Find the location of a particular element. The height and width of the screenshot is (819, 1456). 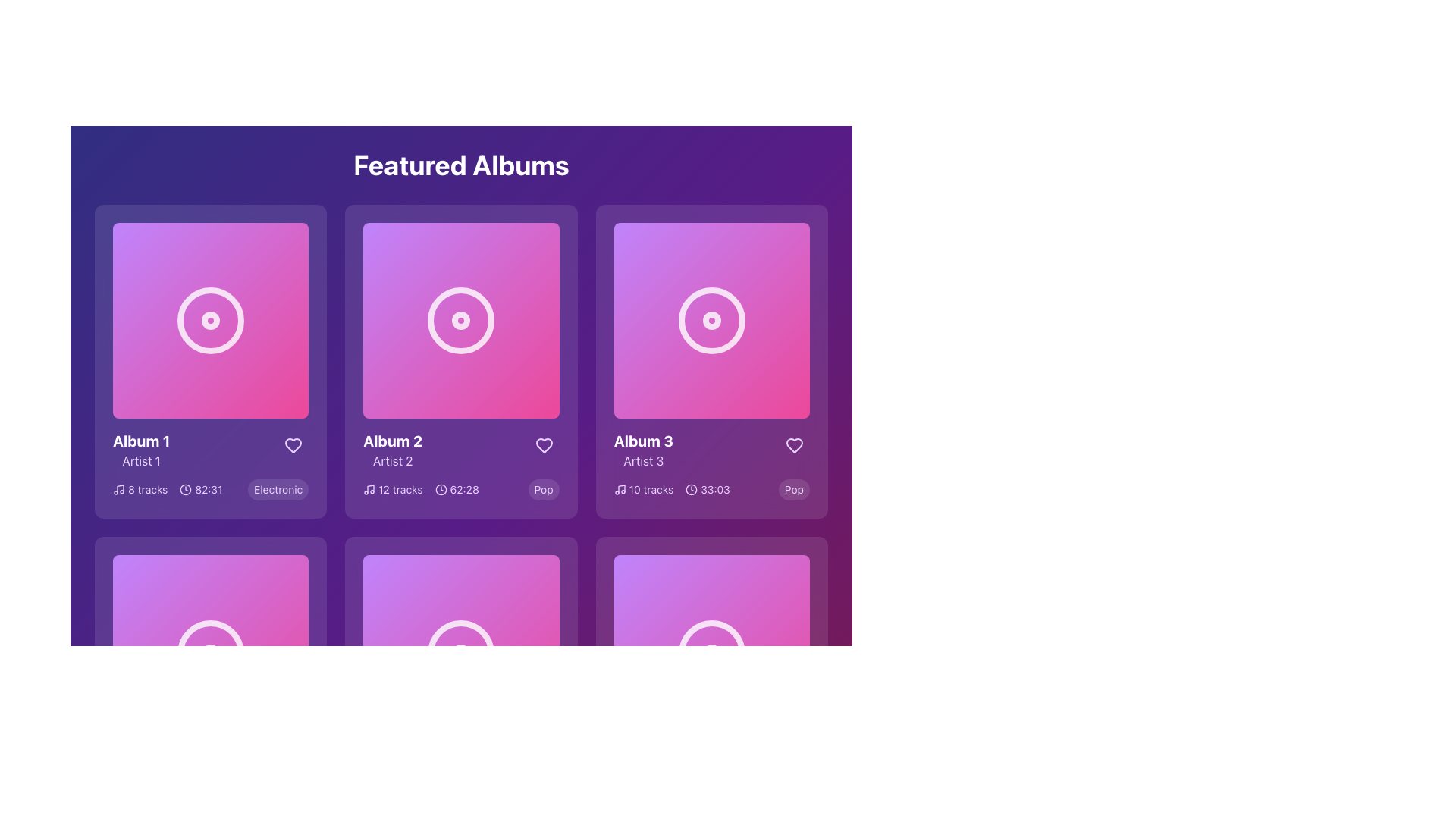

text 'Pop' from the small rounded rectangle label located in the bottom-right segment of the album description box for Album 3 is located at coordinates (793, 490).